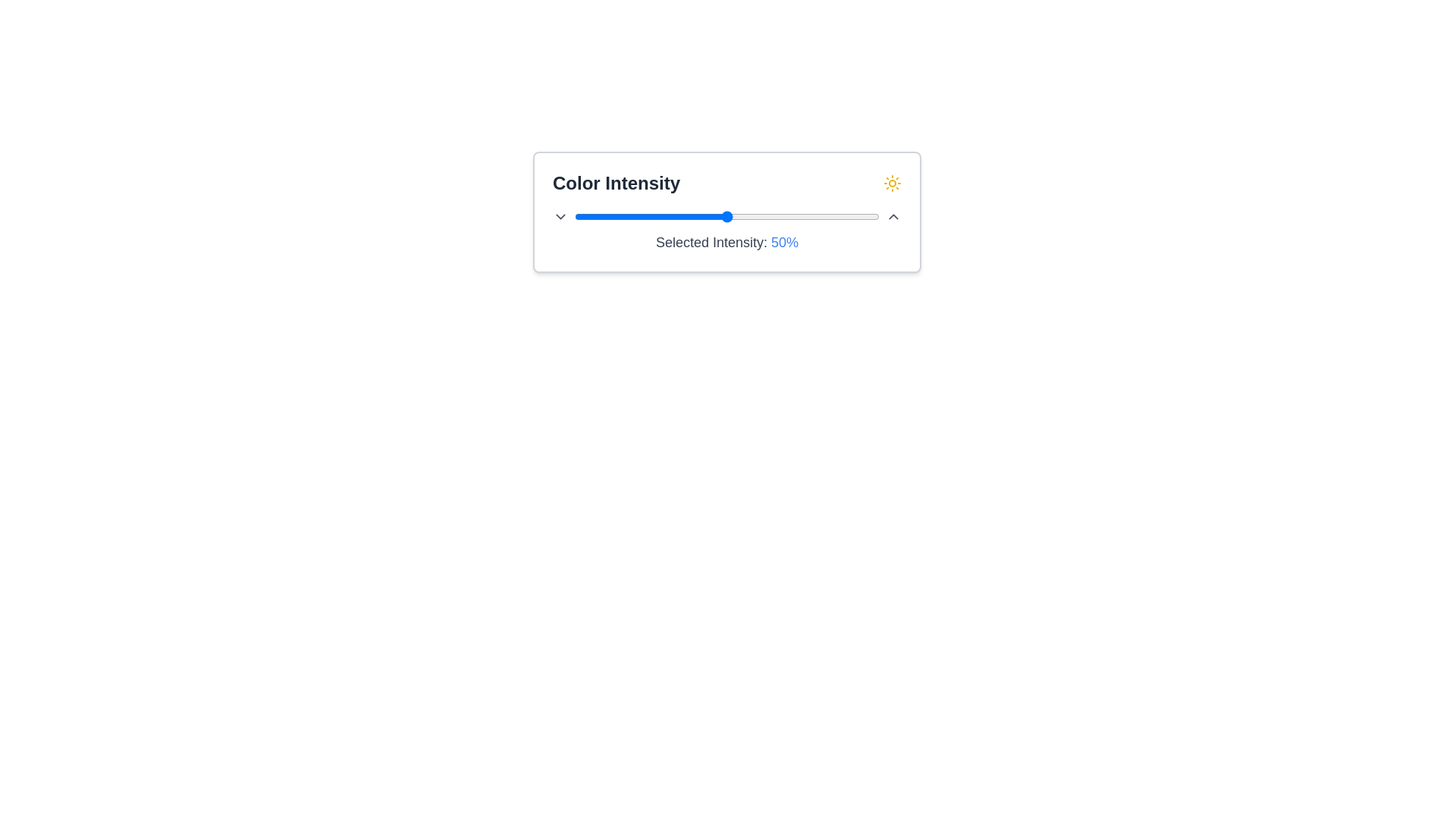 The width and height of the screenshot is (1456, 819). I want to click on the text display that indicates the currently selected intensity level, which reads 'Selected Intensity: 50%', located below the slider in the middle-right region of the interface, so click(785, 242).